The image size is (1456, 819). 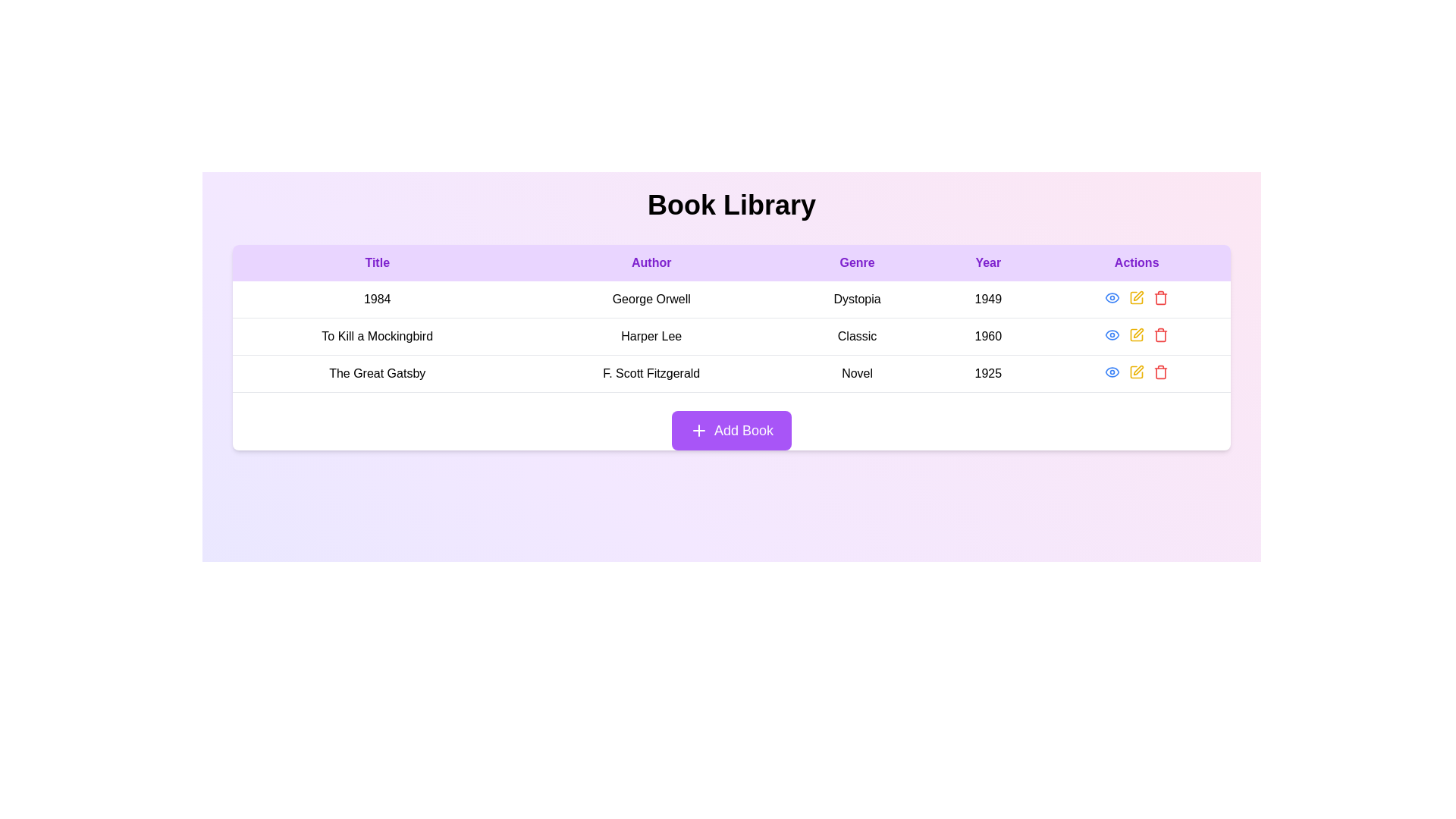 I want to click on the text label indicating authors in the table header, which is positioned between the 'Title' and 'Genre' labels, so click(x=651, y=262).